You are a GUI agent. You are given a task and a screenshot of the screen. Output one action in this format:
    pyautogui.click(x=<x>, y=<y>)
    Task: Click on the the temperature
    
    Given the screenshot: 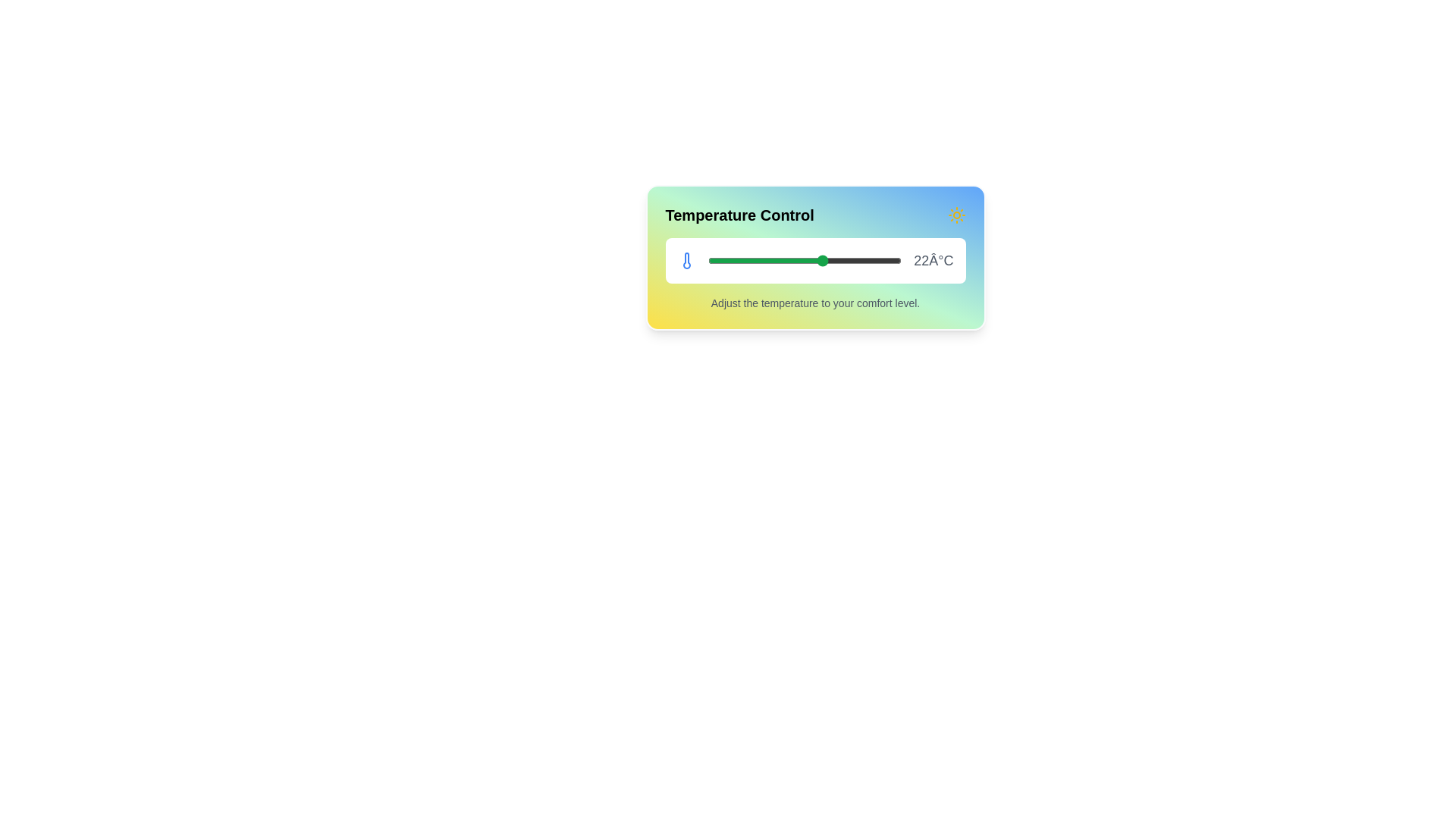 What is the action you would take?
    pyautogui.click(x=843, y=256)
    